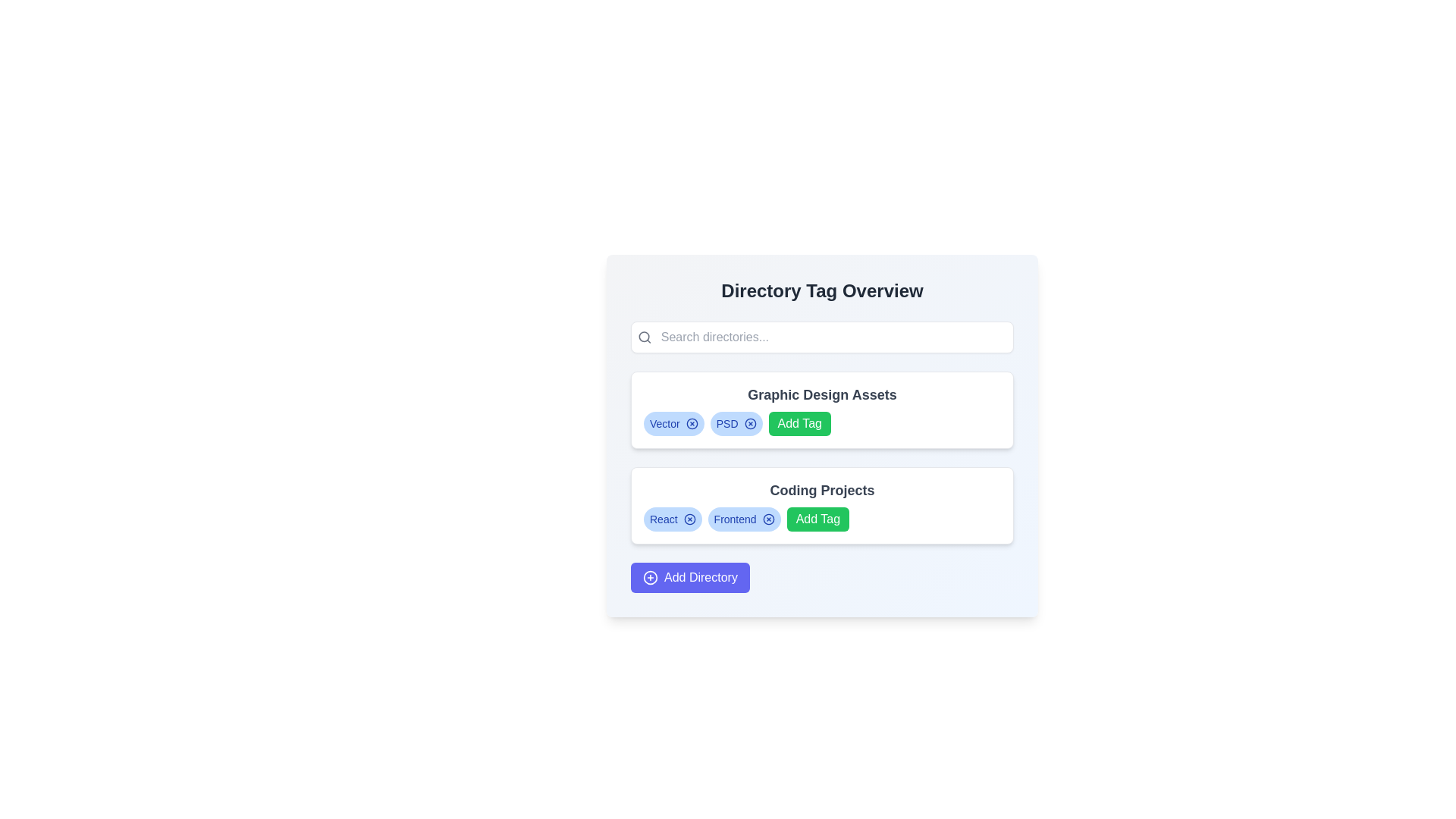  What do you see at coordinates (768, 519) in the screenshot?
I see `the interactive close button icon, which is a small circle with an 'X' mark, located to the right of the 'Frontend' label in the 'Coding Projects' section` at bounding box center [768, 519].